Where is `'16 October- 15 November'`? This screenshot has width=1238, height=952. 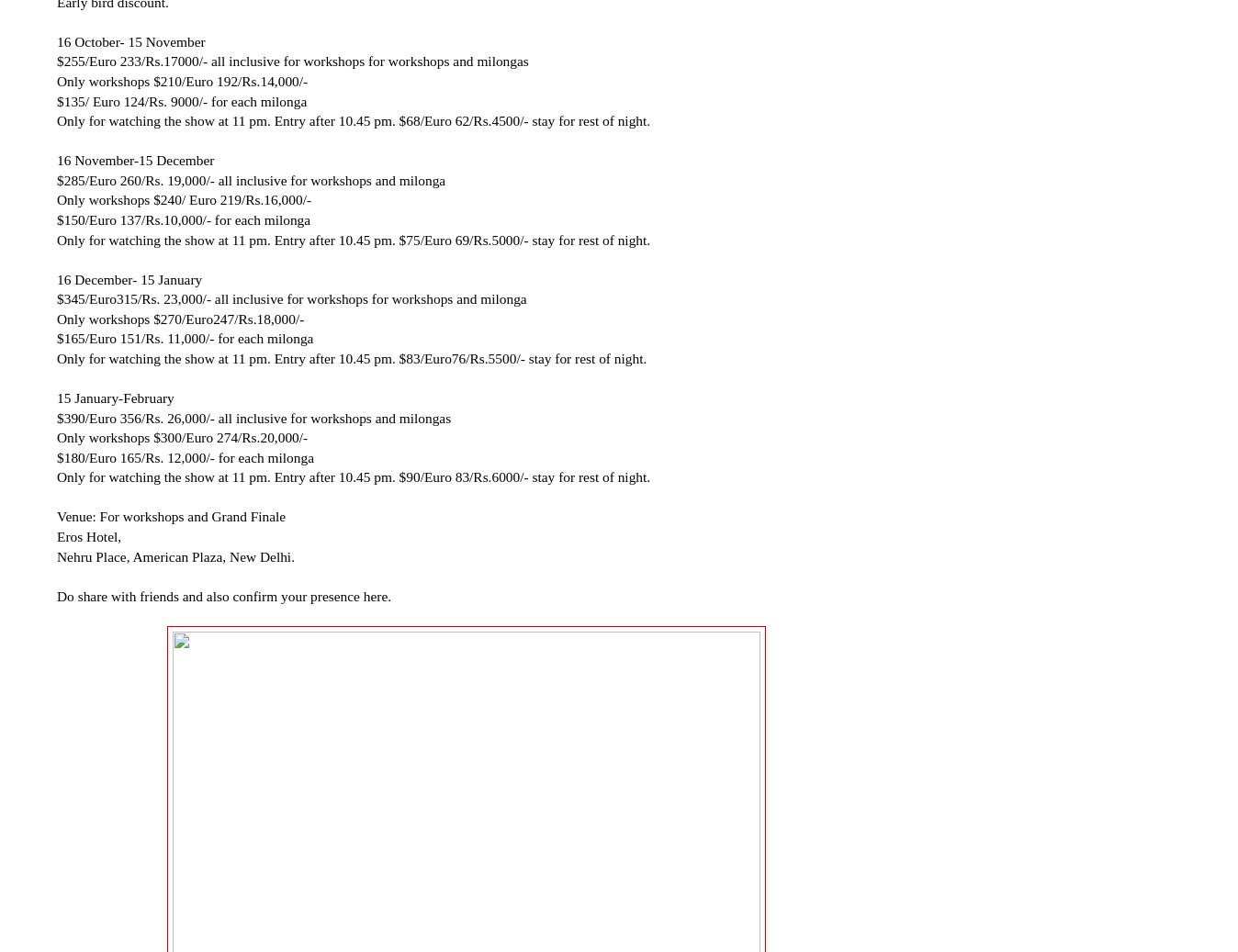 '16 October- 15 November' is located at coordinates (56, 39).